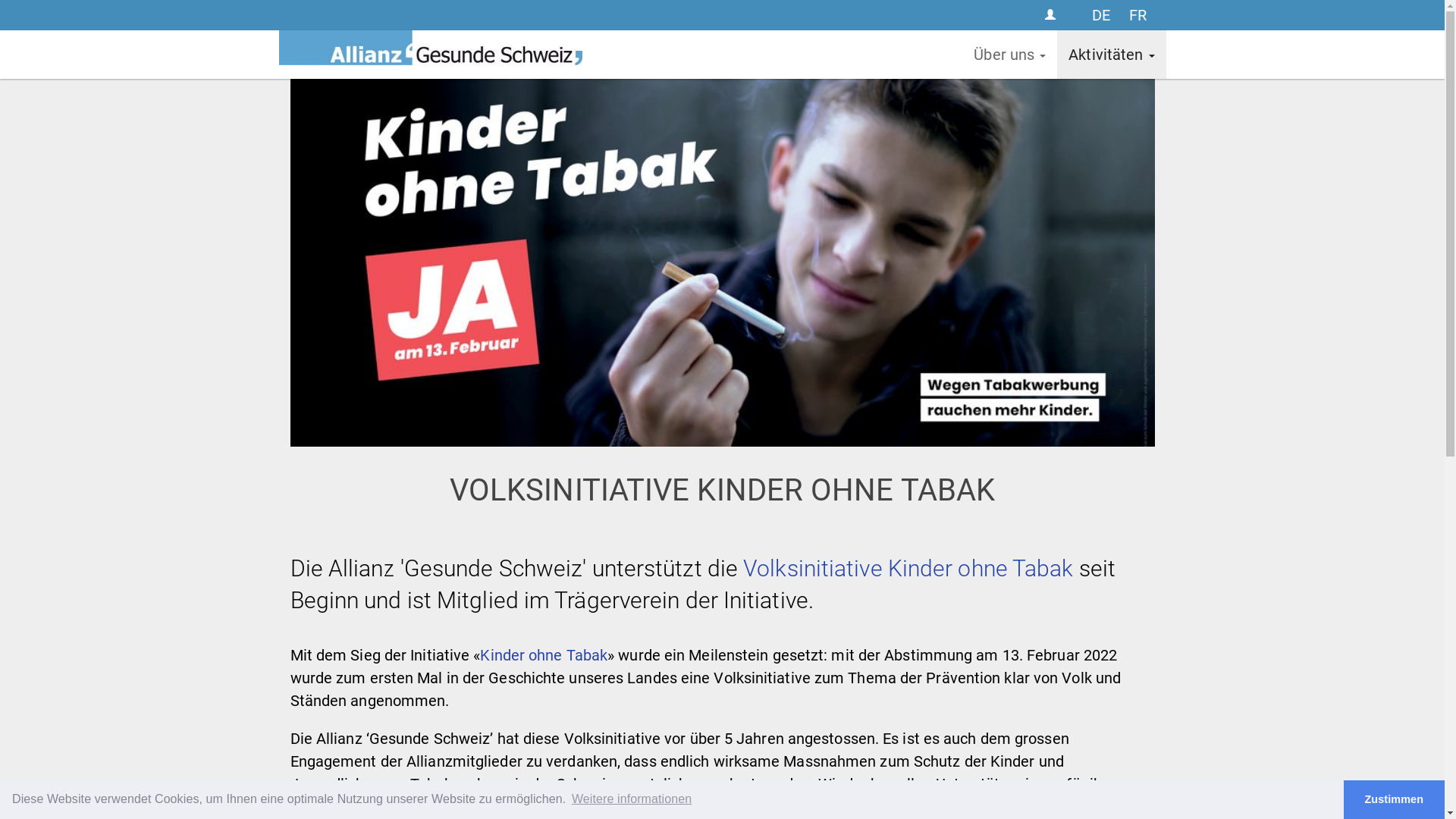 This screenshot has width=1456, height=819. What do you see at coordinates (905, 568) in the screenshot?
I see `'Volksinitiative Kinder ohne Tabak'` at bounding box center [905, 568].